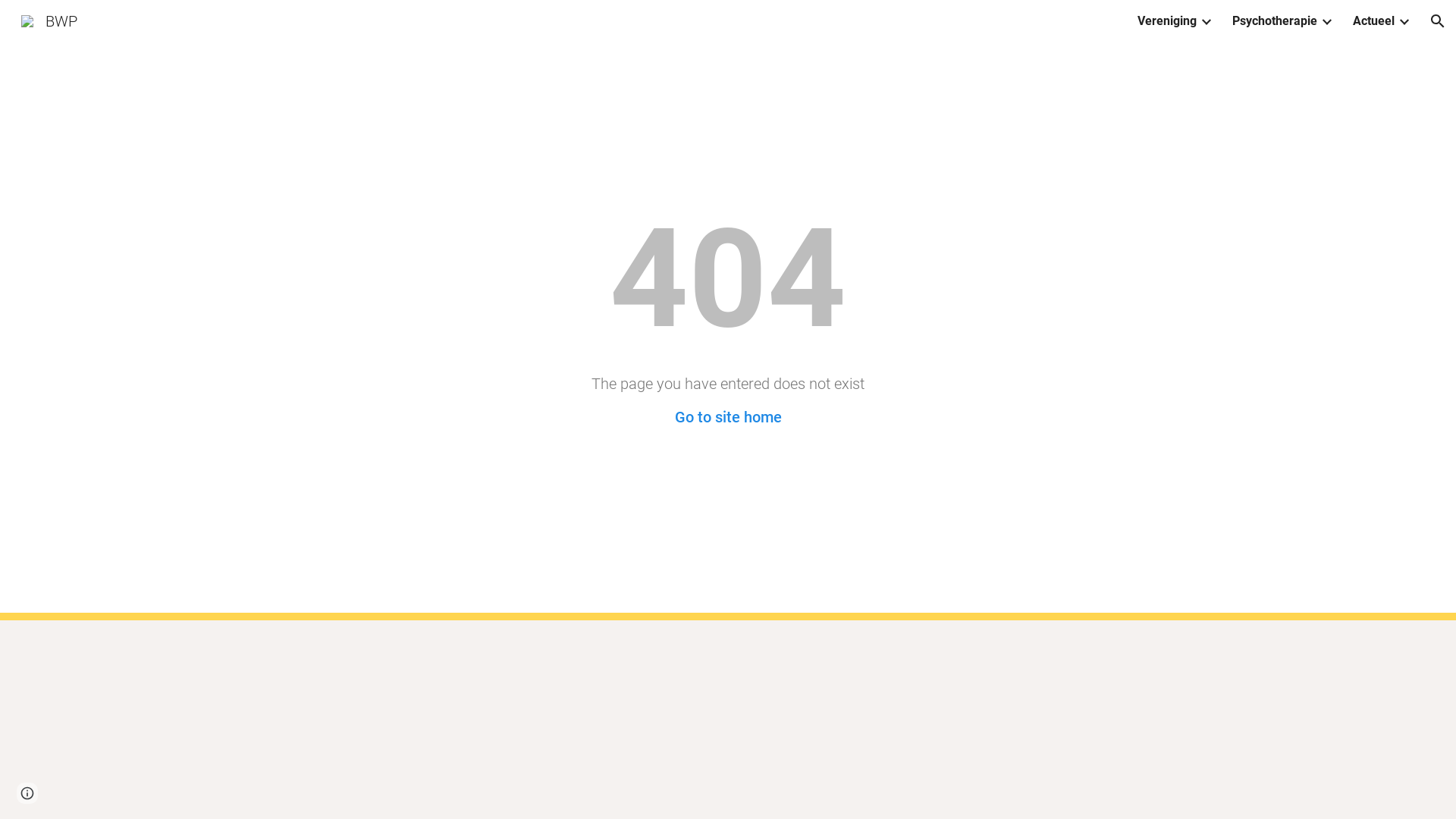 Image resolution: width=1456 pixels, height=819 pixels. Describe the element at coordinates (1274, 20) in the screenshot. I see `'Psychotherapie'` at that location.